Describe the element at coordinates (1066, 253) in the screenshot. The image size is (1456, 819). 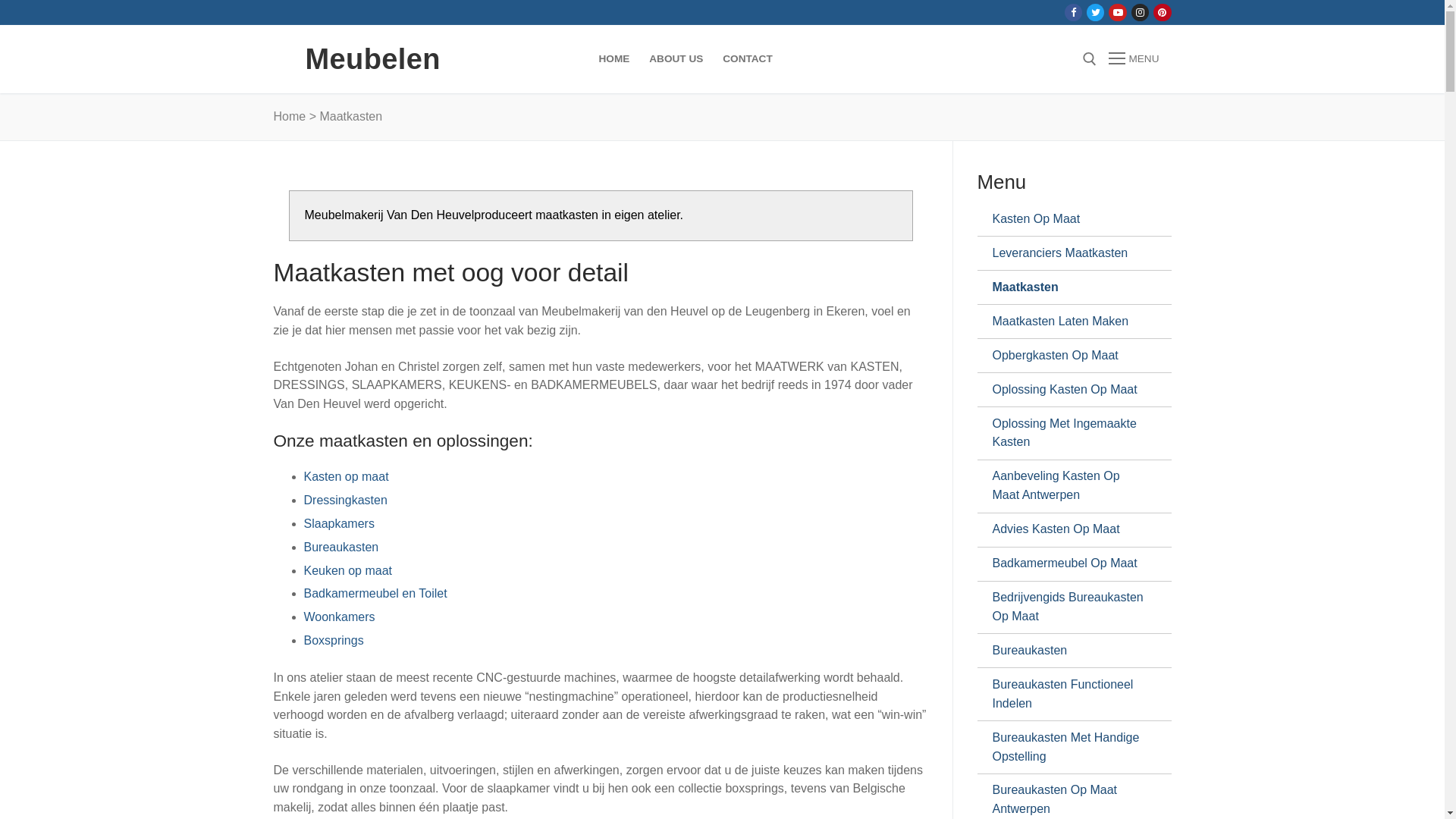
I see `'Leveranciers Maatkasten'` at that location.